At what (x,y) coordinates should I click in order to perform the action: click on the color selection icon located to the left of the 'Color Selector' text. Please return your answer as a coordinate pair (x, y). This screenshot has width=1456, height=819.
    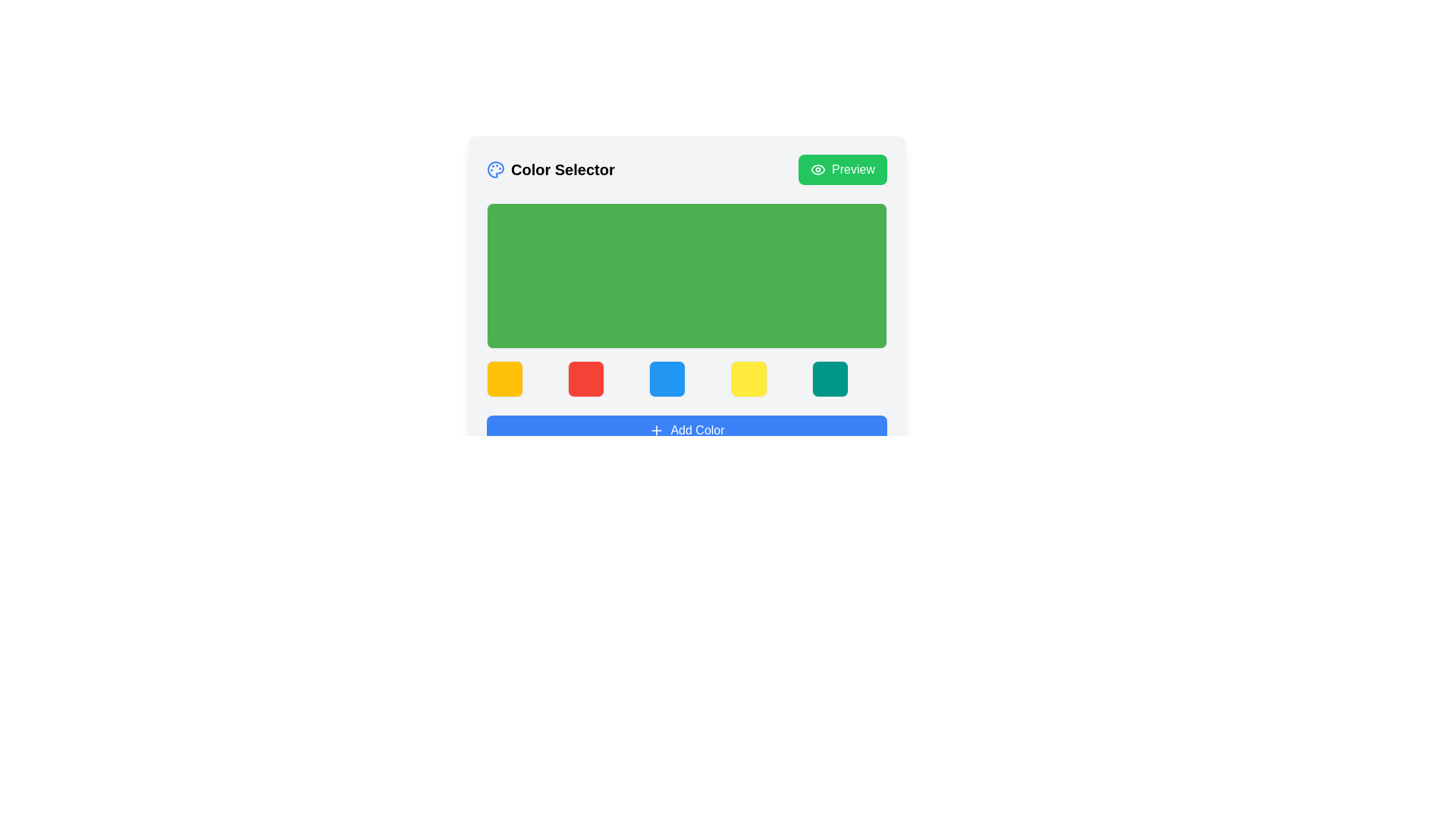
    Looking at the image, I should click on (495, 169).